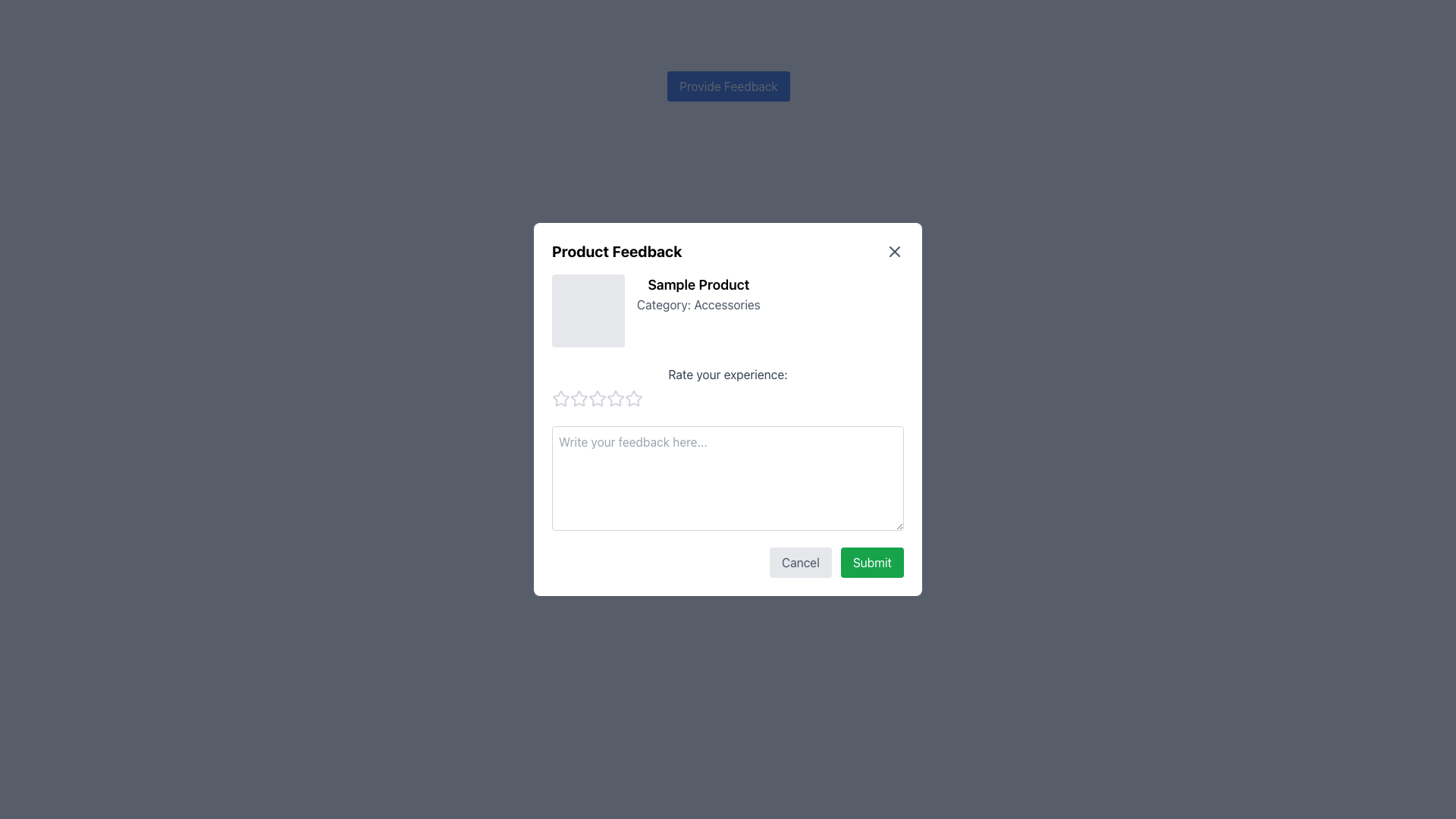 This screenshot has height=819, width=1456. What do you see at coordinates (596, 397) in the screenshot?
I see `the first star icon in the 'Rate your experience' section of the modal` at bounding box center [596, 397].